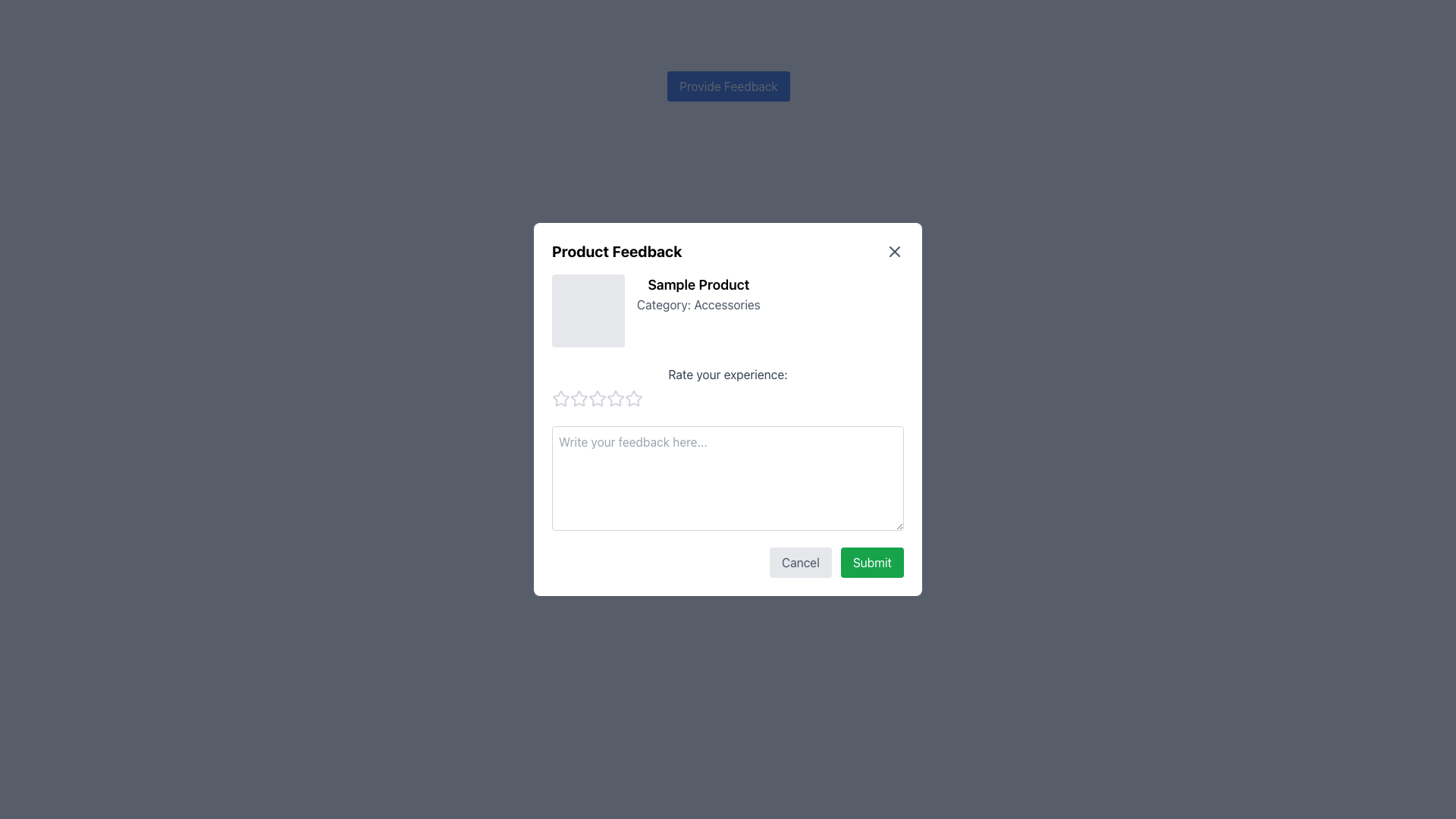 This screenshot has height=819, width=1456. What do you see at coordinates (596, 397) in the screenshot?
I see `the first star icon in the 'Rate your experience' section of the modal` at bounding box center [596, 397].